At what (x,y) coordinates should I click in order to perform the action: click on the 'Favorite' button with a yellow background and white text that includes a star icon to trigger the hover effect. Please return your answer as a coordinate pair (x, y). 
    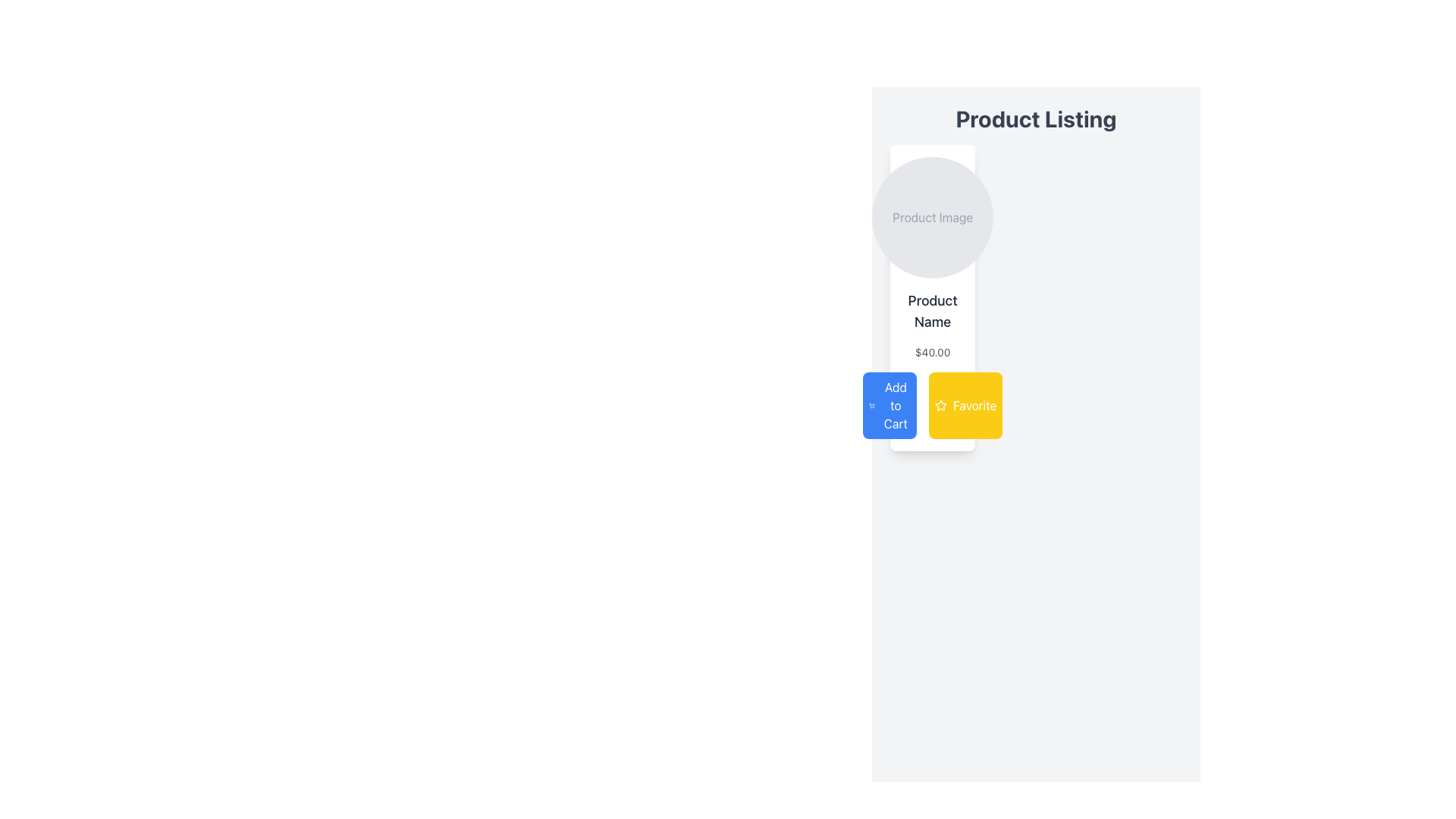
    Looking at the image, I should click on (965, 405).